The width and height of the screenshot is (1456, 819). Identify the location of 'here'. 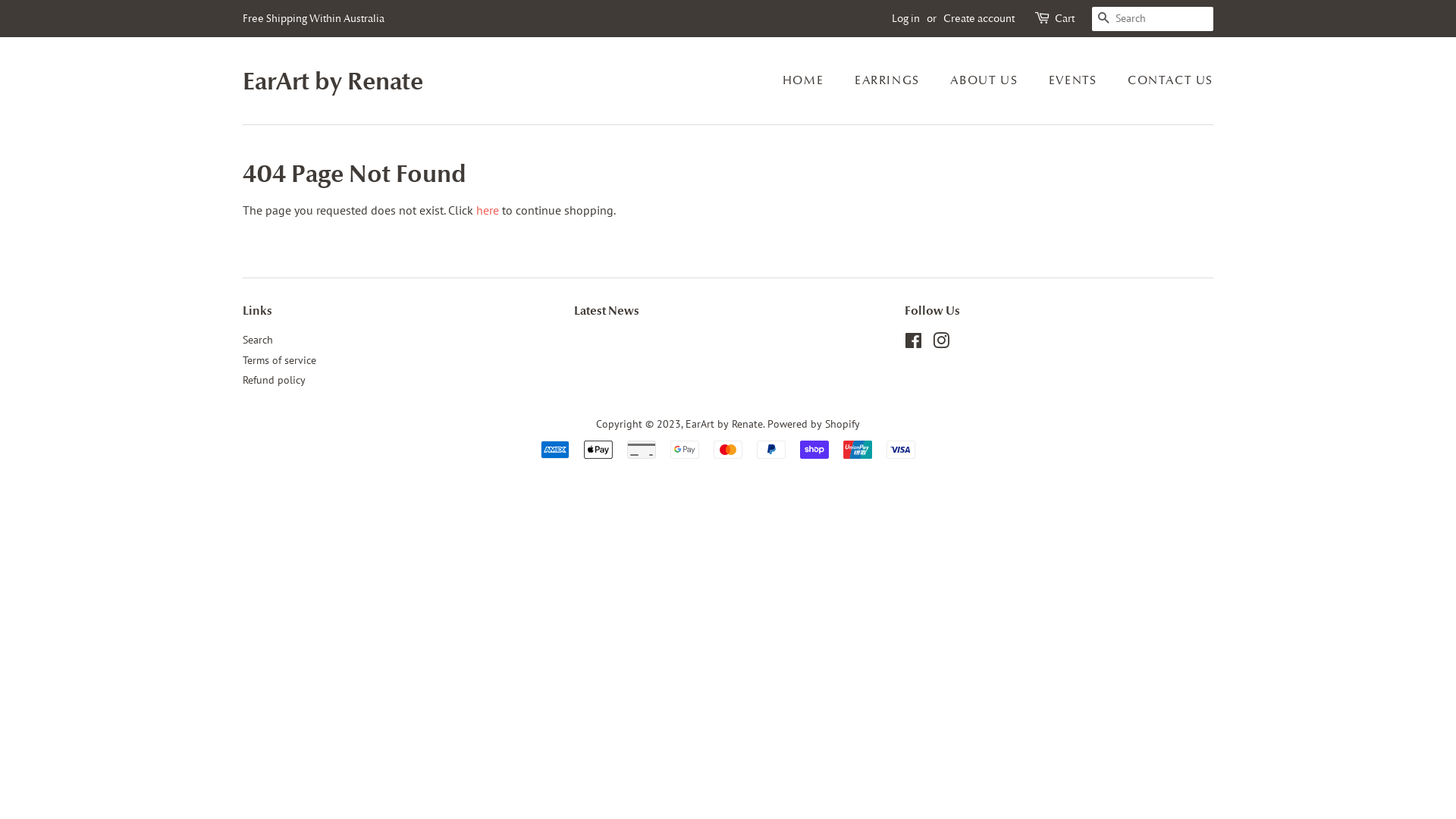
(488, 210).